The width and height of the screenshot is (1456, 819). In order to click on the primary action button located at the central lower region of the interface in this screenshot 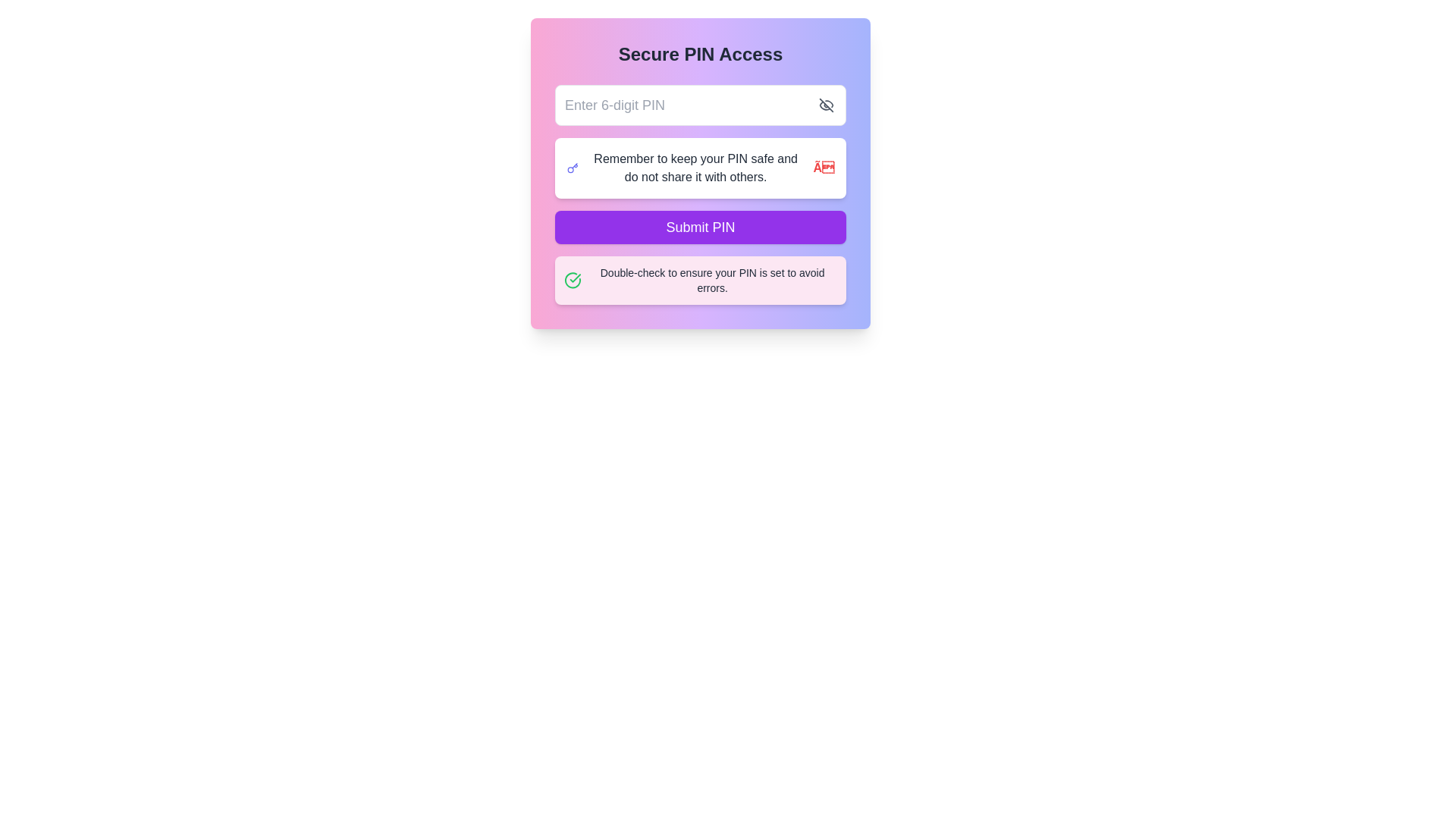, I will do `click(700, 227)`.